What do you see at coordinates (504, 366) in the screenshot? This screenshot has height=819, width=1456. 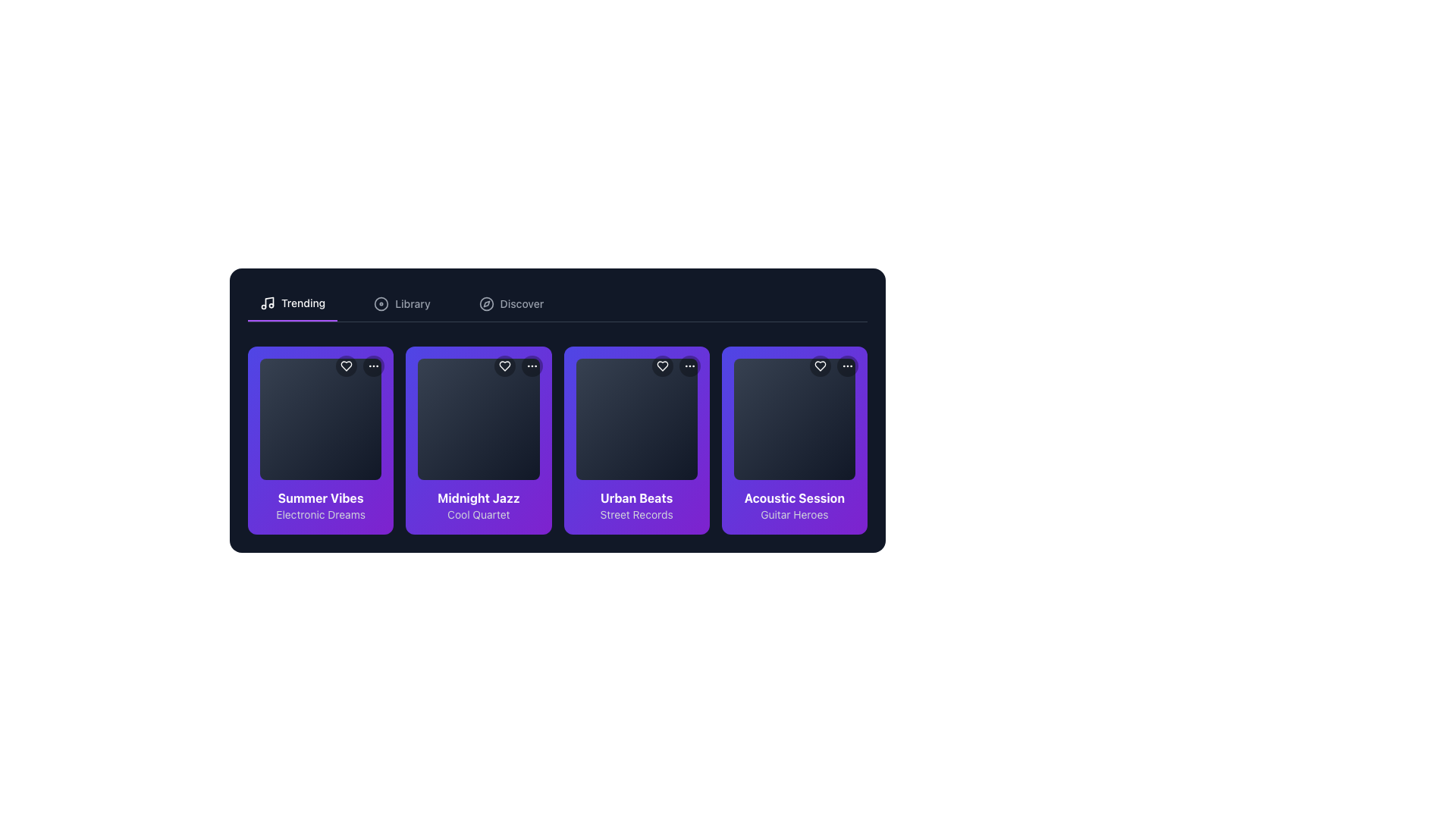 I see `the heart-shaped icon located in the top-right corner of the 'Midnight Jazz' card` at bounding box center [504, 366].